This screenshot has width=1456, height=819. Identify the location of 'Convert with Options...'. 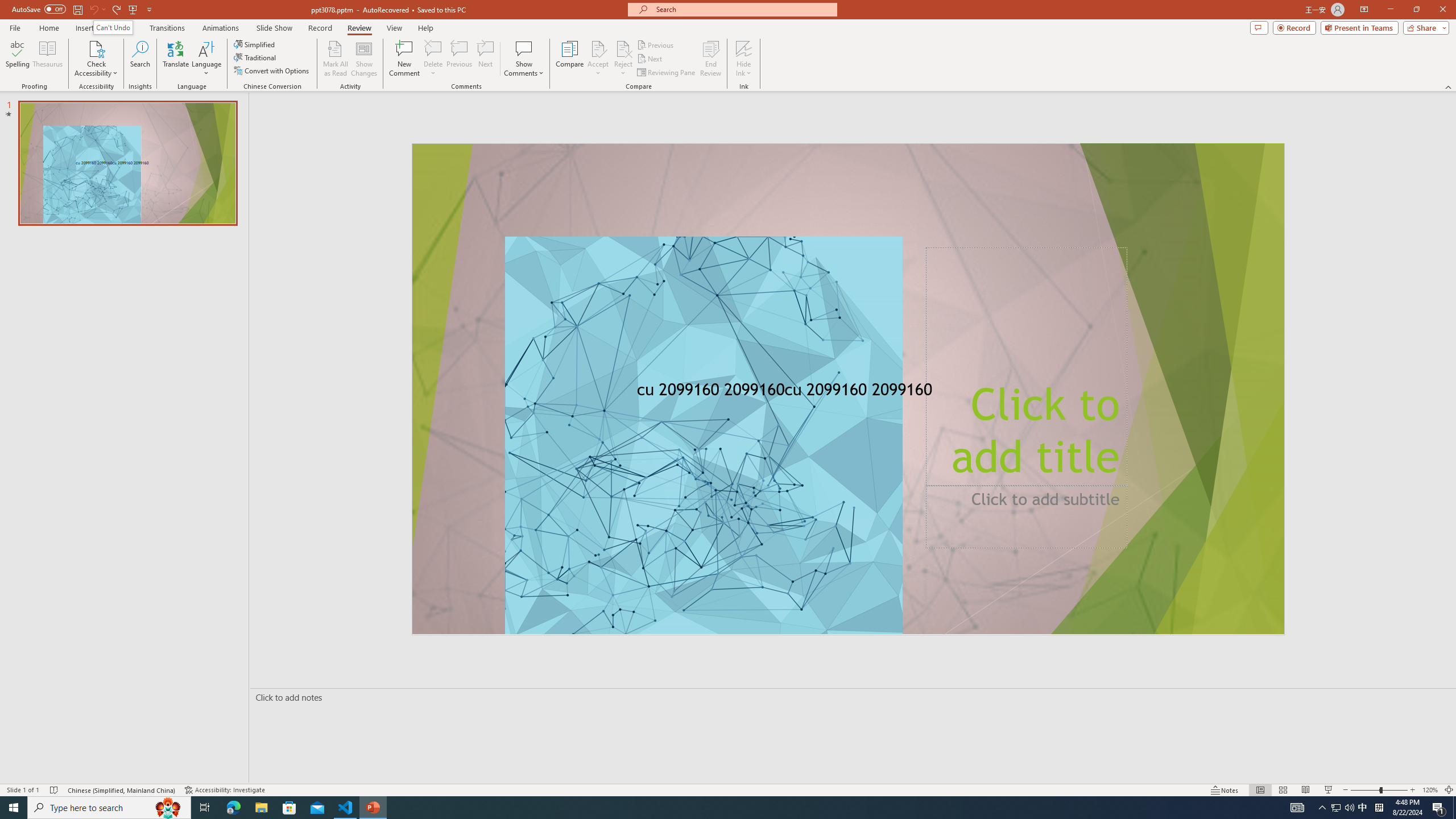
(271, 69).